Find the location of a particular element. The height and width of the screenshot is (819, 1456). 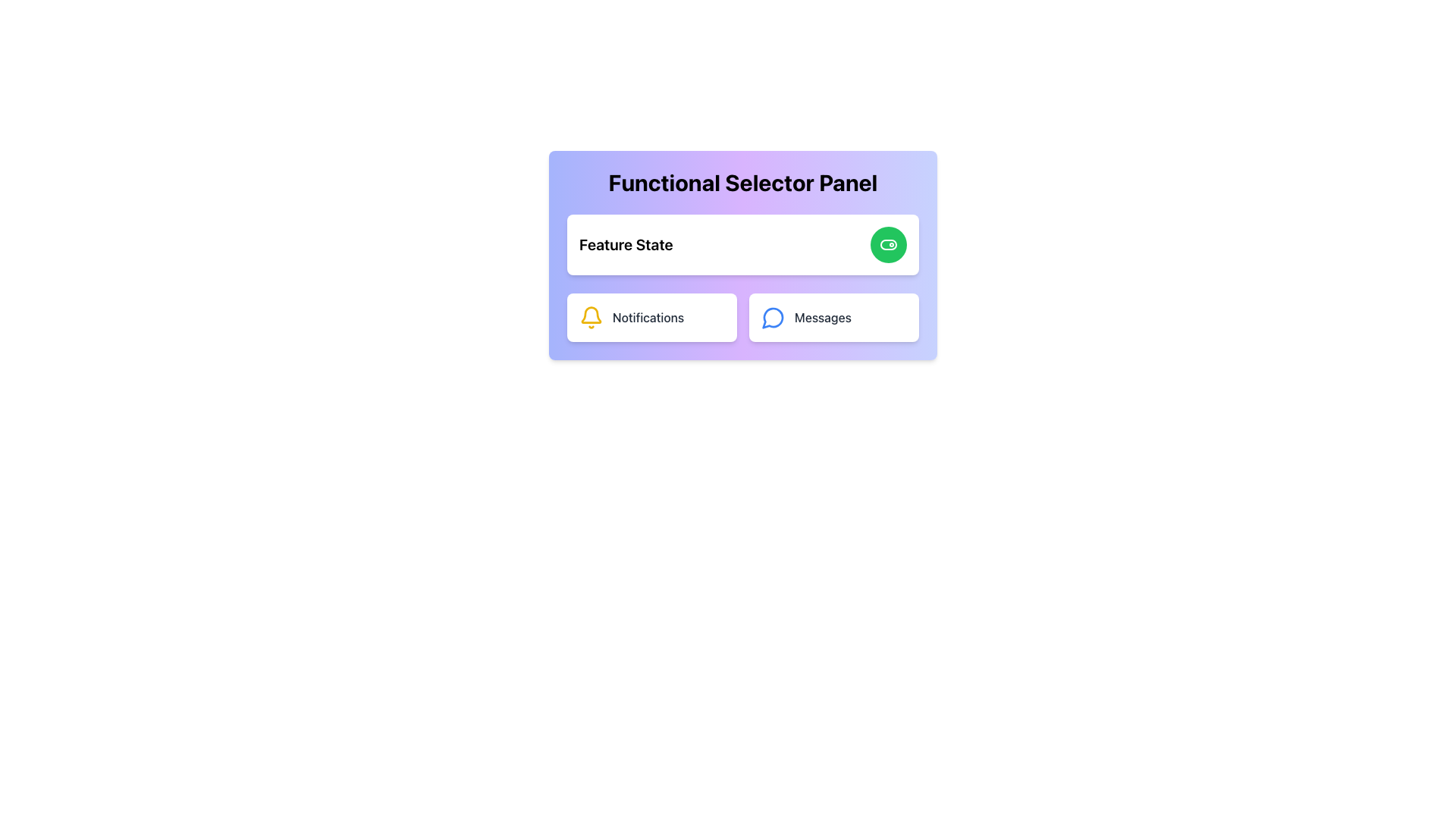

the toggle switch located at the top-right corner in the 'Feature State' section is located at coordinates (888, 244).